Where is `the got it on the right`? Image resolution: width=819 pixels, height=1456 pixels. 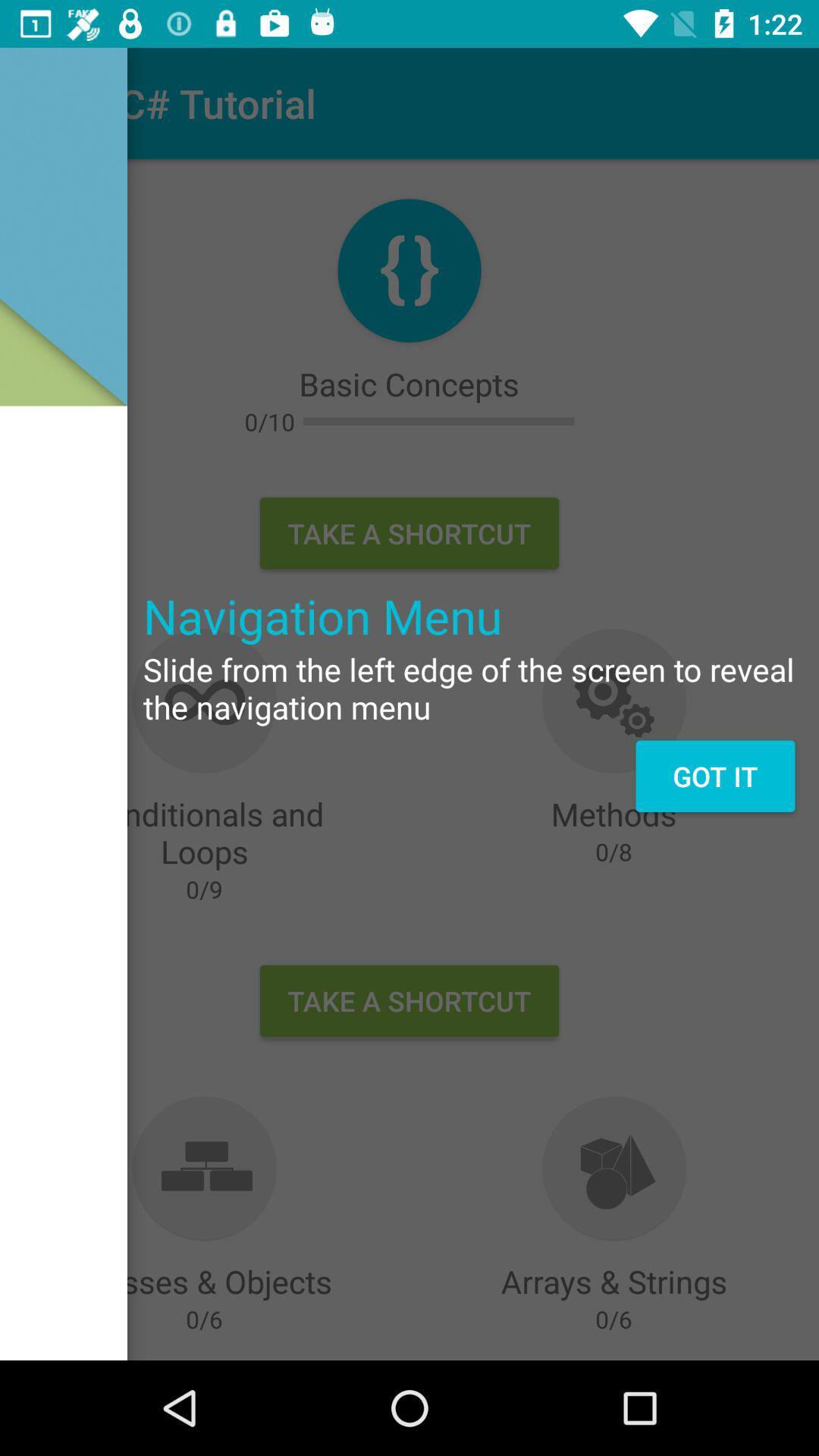 the got it on the right is located at coordinates (715, 776).